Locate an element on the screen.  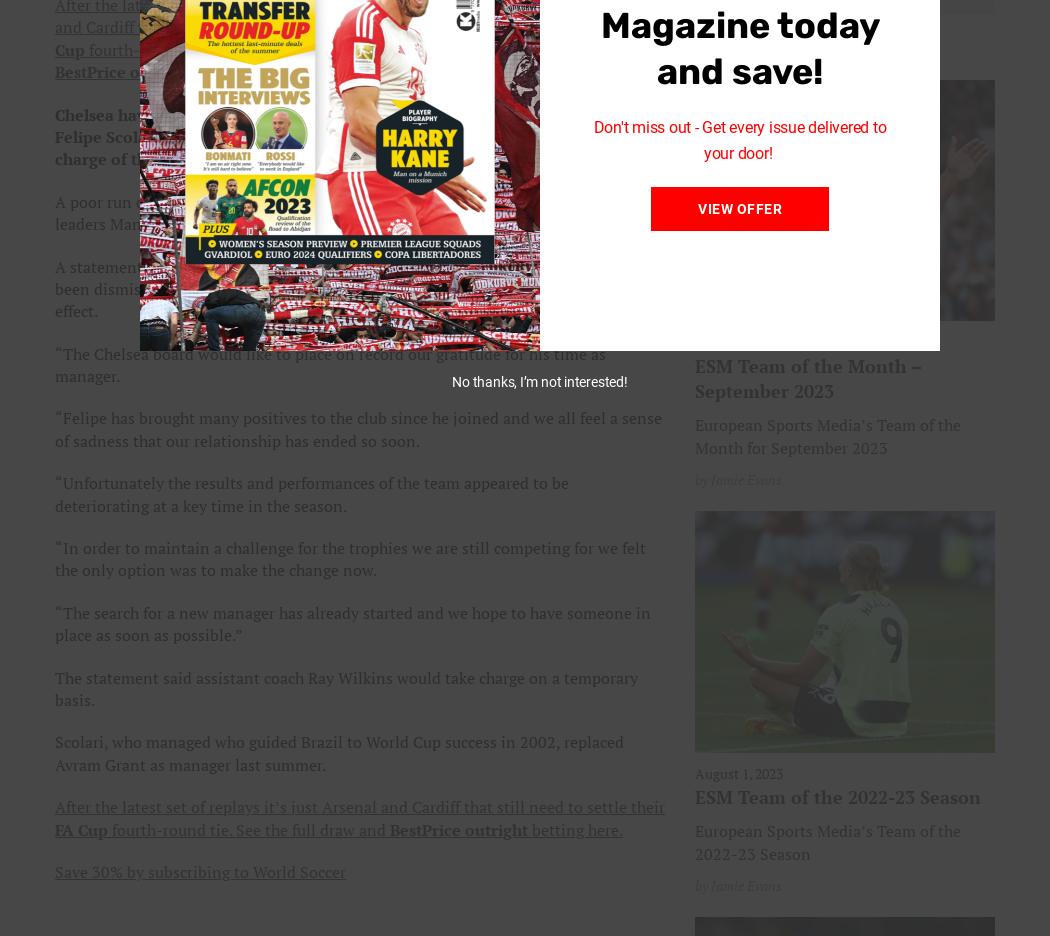
'European Sports Media’s Team of the Month for September 2023' is located at coordinates (828, 435).